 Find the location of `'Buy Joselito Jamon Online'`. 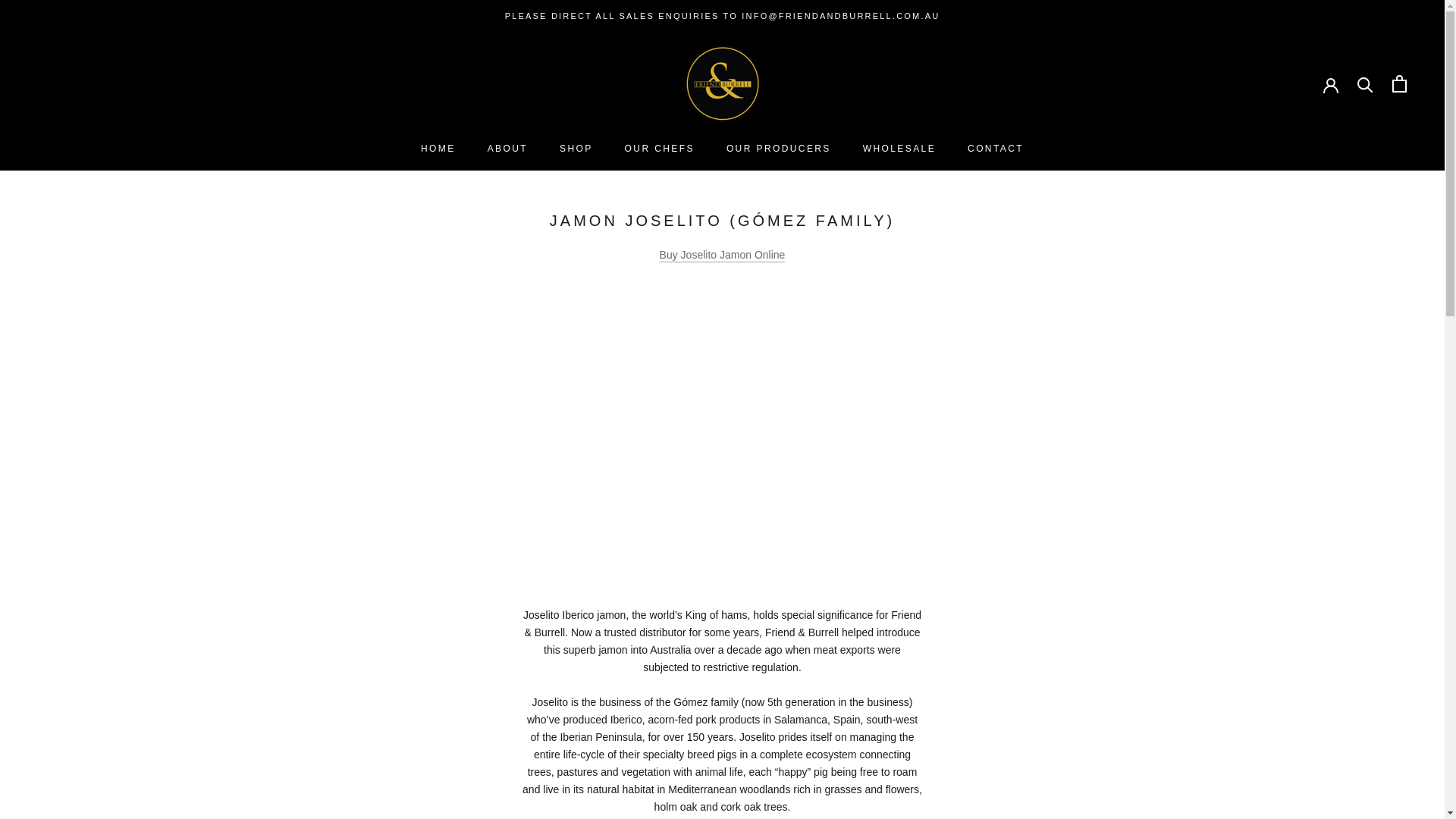

'Buy Joselito Jamon Online' is located at coordinates (659, 253).